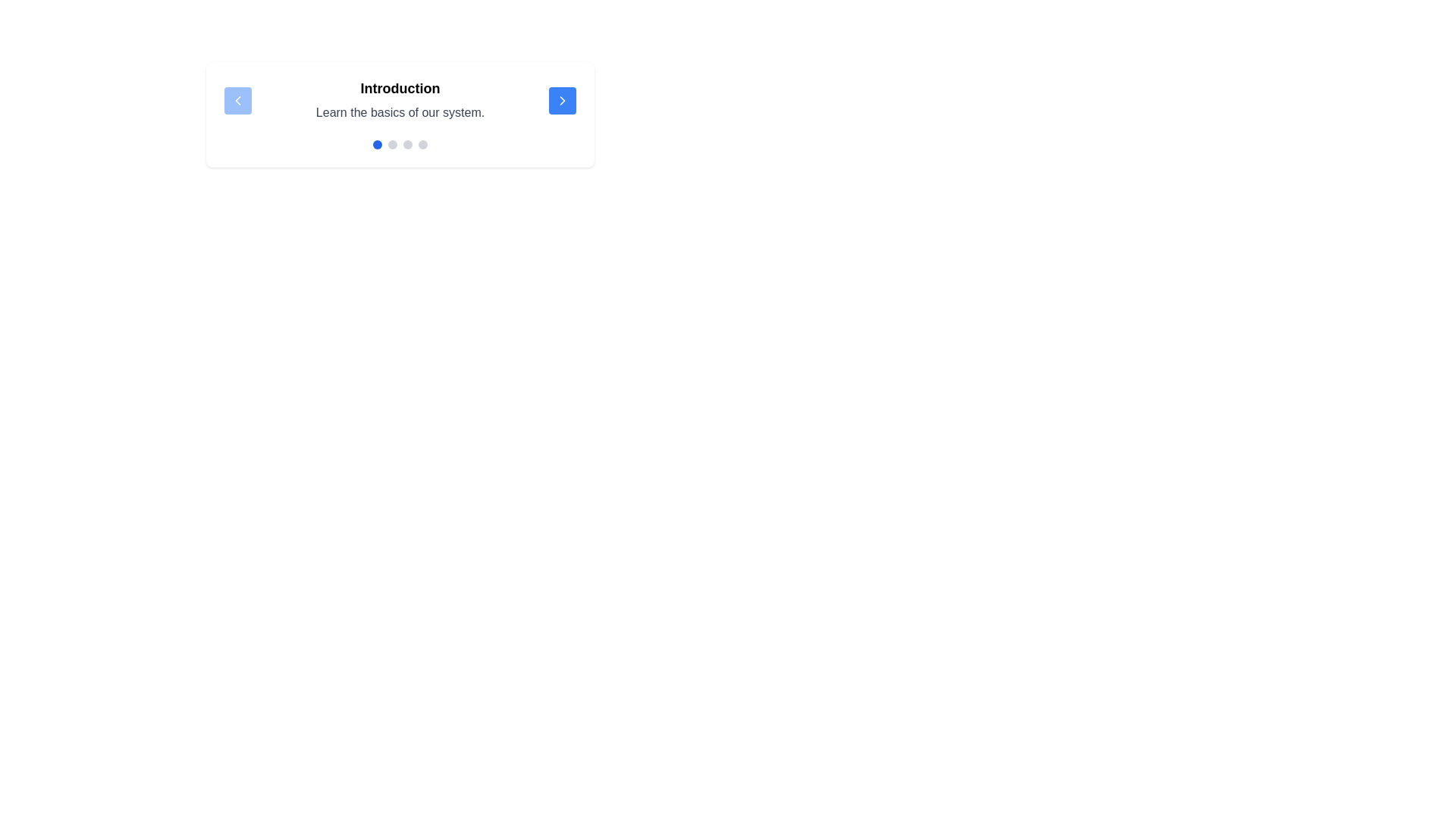 The width and height of the screenshot is (1456, 819). What do you see at coordinates (562, 100) in the screenshot?
I see `the navigation button located at the far right of the navigation bar below the title 'Introduction'` at bounding box center [562, 100].